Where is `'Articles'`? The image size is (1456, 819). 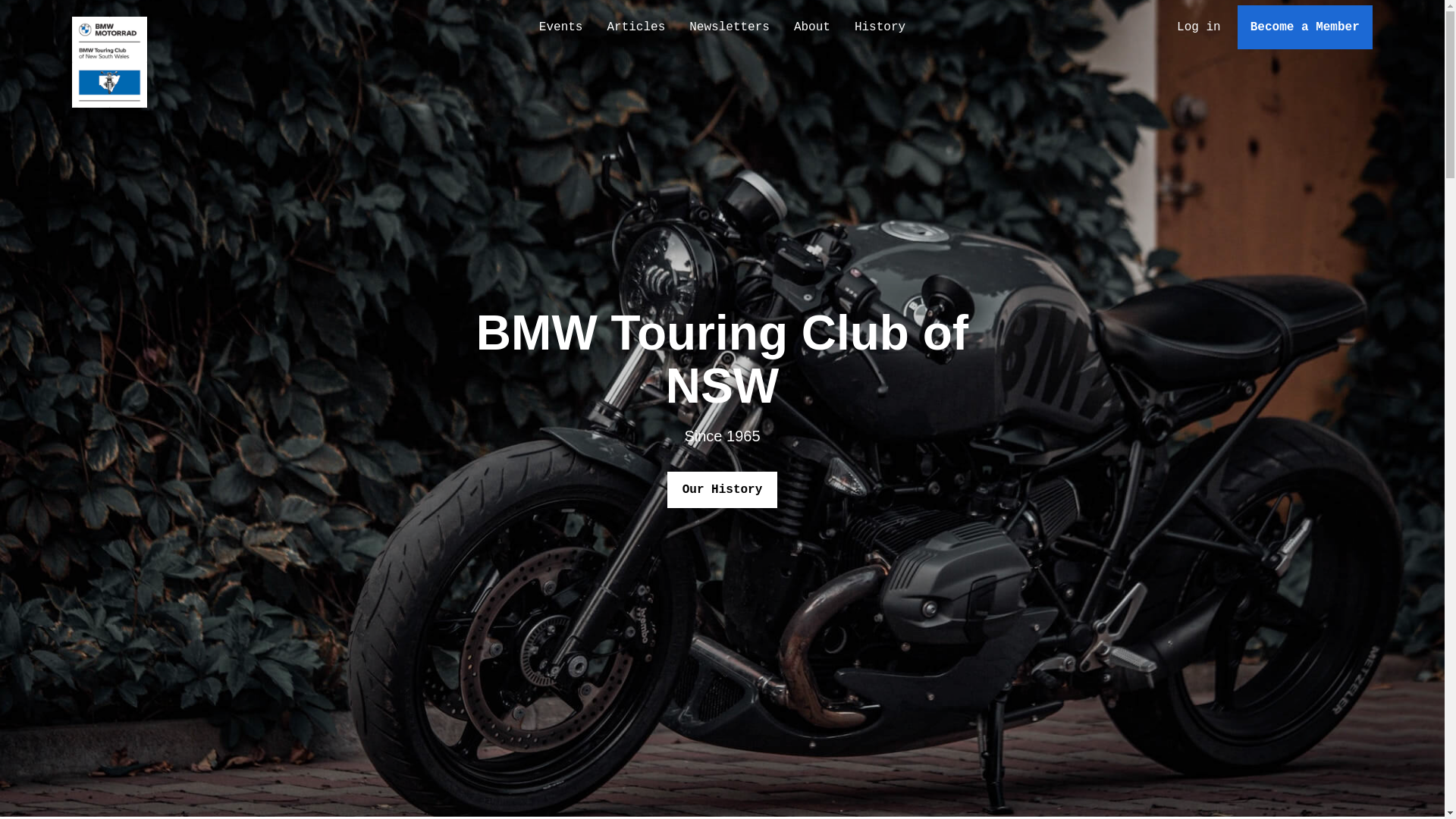
'Articles' is located at coordinates (635, 27).